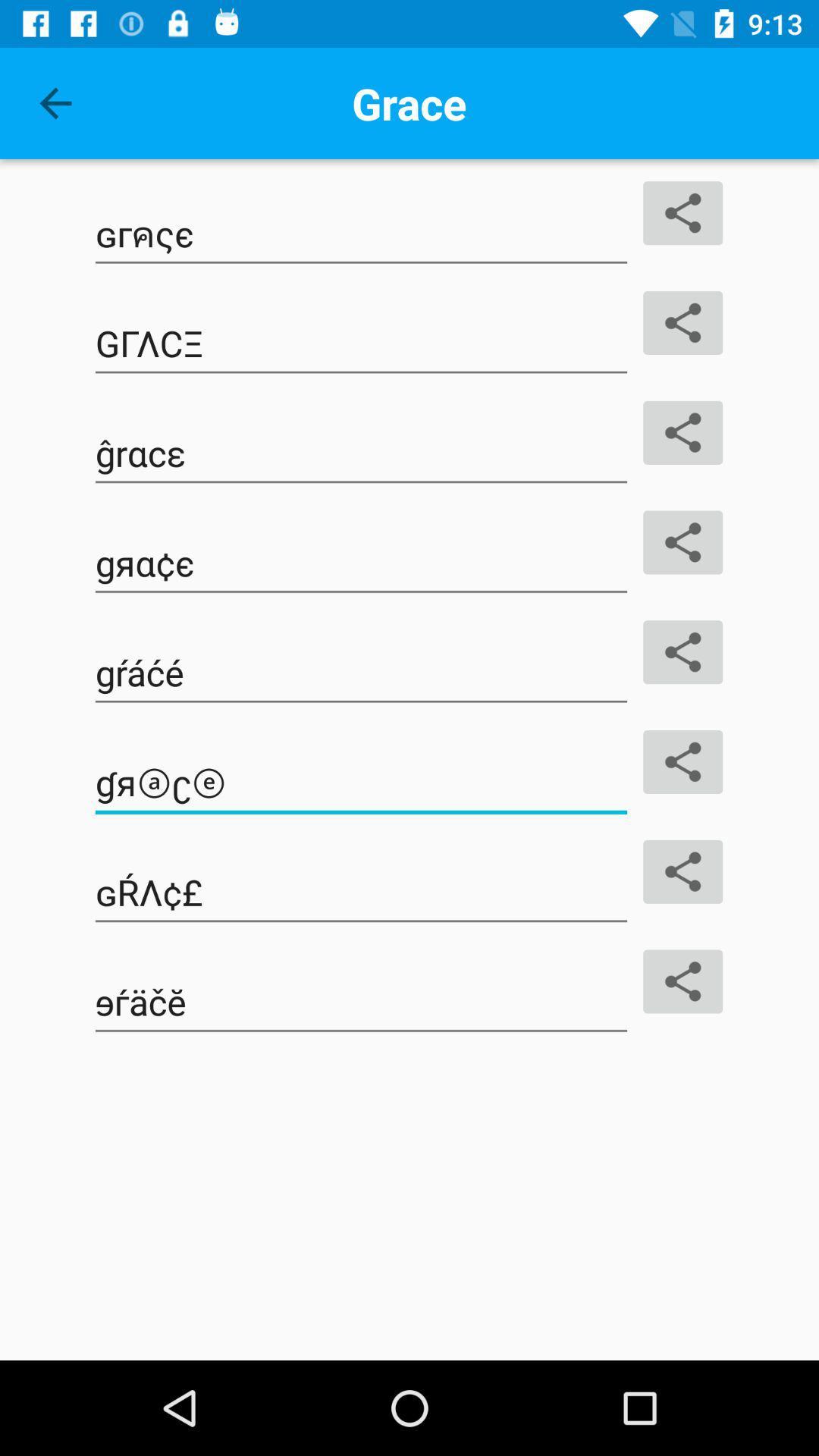 The width and height of the screenshot is (819, 1456). What do you see at coordinates (362, 233) in the screenshot?
I see `the button which is below the grace and left side of the share button` at bounding box center [362, 233].